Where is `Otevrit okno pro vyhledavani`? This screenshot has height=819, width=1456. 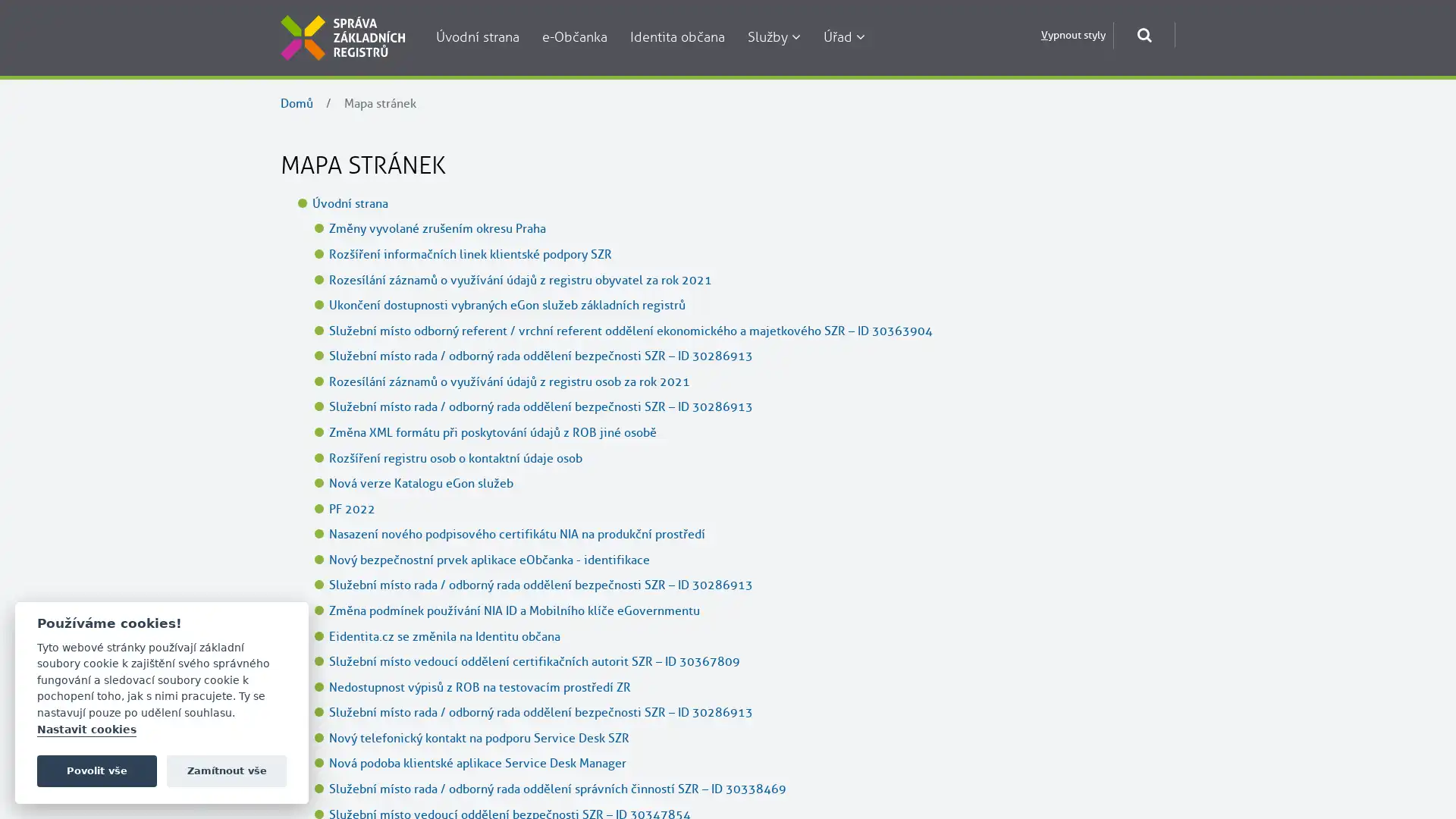
Otevrit okno pro vyhledavani is located at coordinates (1144, 34).